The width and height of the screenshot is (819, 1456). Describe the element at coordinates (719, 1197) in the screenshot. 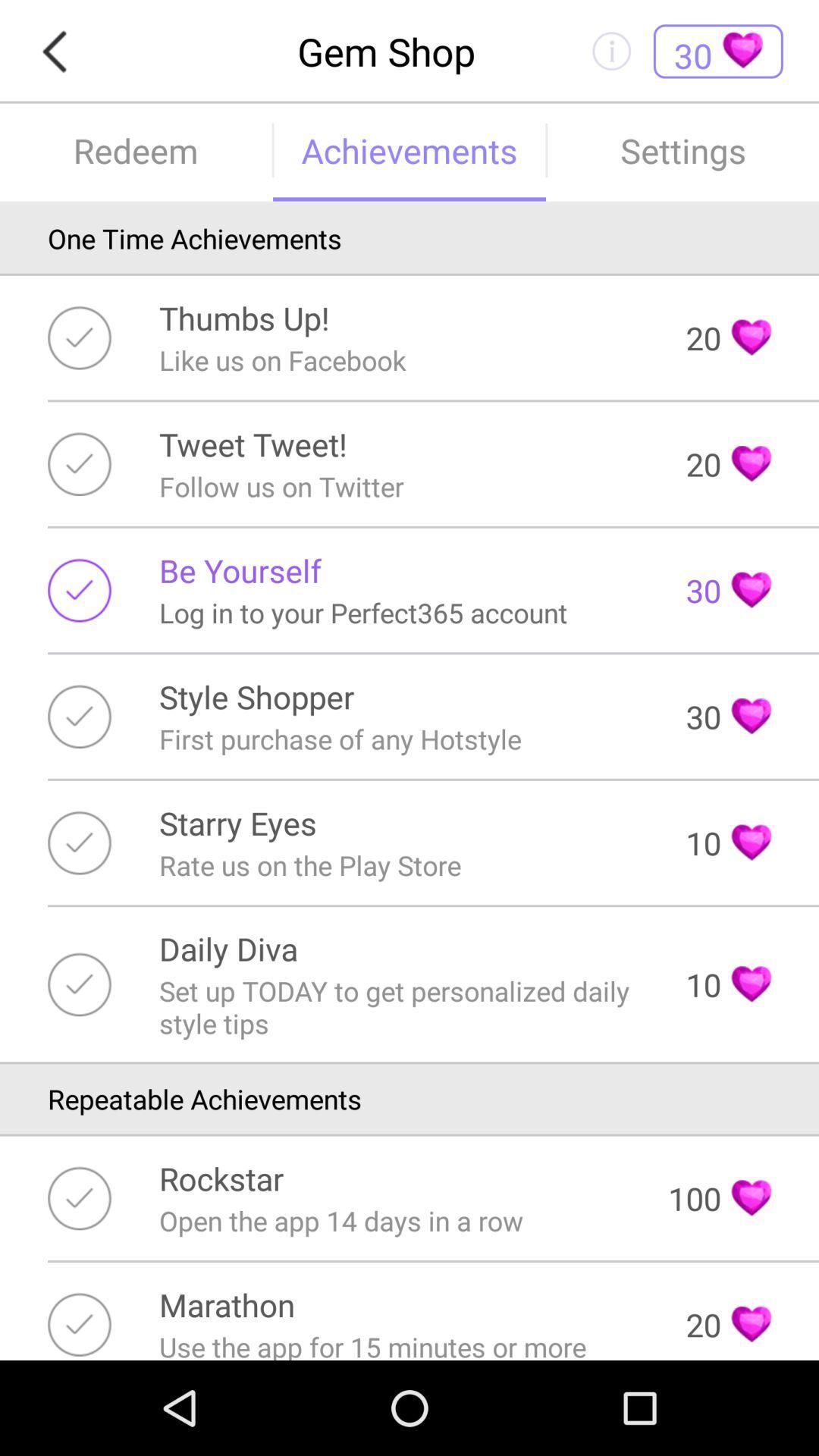

I see `the item next to the open the app item` at that location.